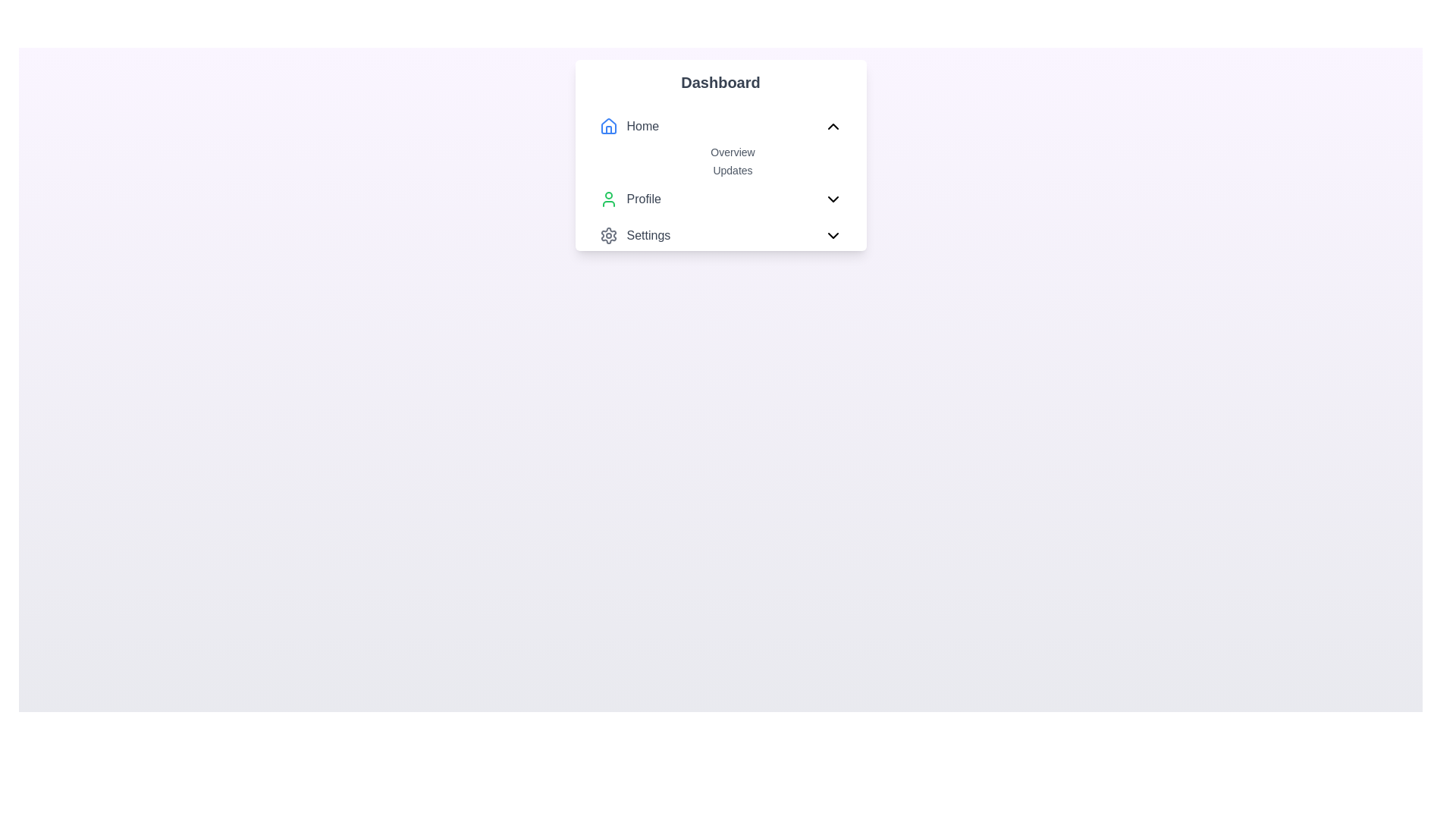 Image resolution: width=1456 pixels, height=819 pixels. What do you see at coordinates (608, 236) in the screenshot?
I see `the cogwheel-shaped icon in the settings section of the dashboard interface` at bounding box center [608, 236].